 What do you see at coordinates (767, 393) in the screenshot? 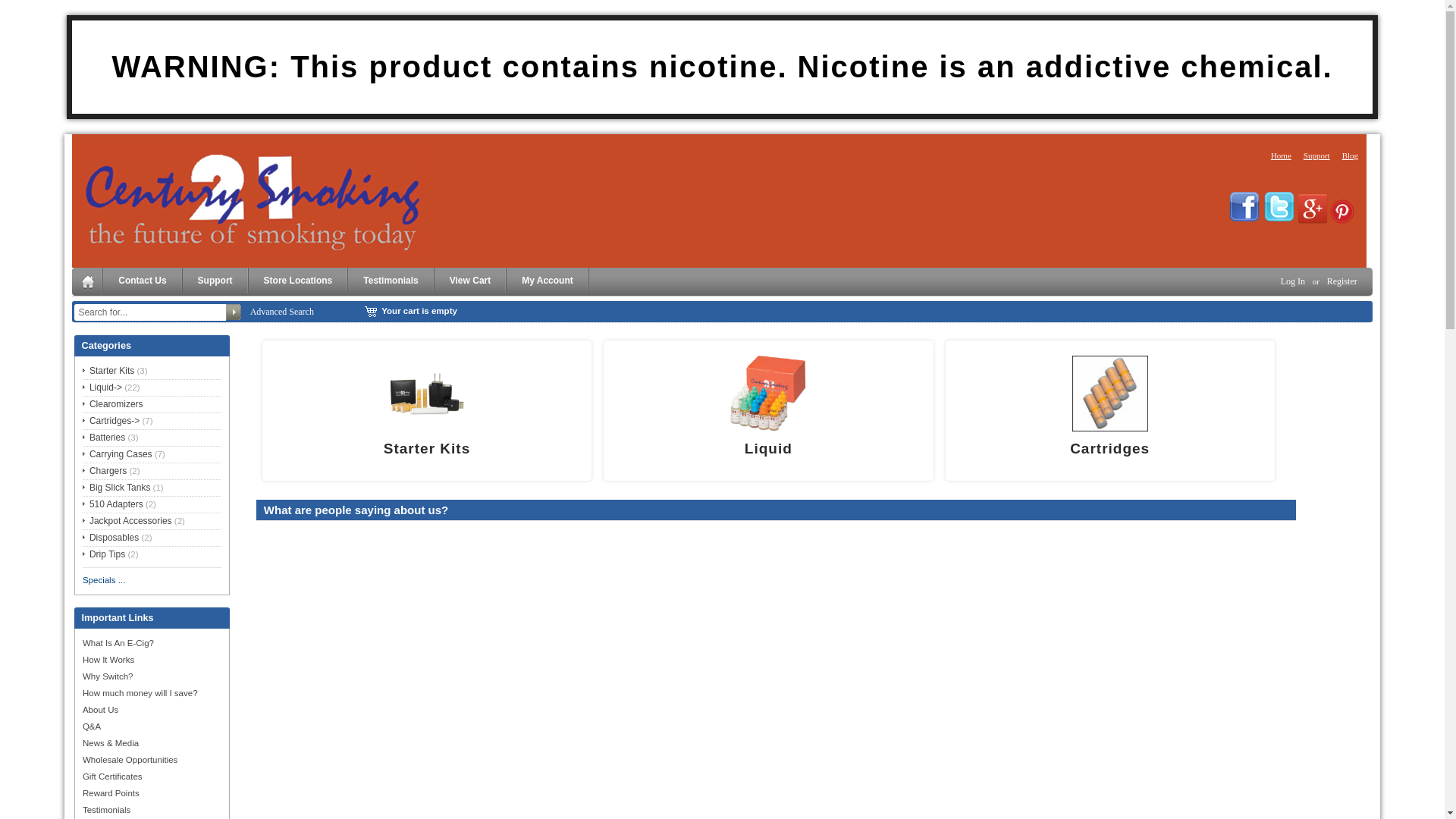
I see `'Liquid'` at bounding box center [767, 393].